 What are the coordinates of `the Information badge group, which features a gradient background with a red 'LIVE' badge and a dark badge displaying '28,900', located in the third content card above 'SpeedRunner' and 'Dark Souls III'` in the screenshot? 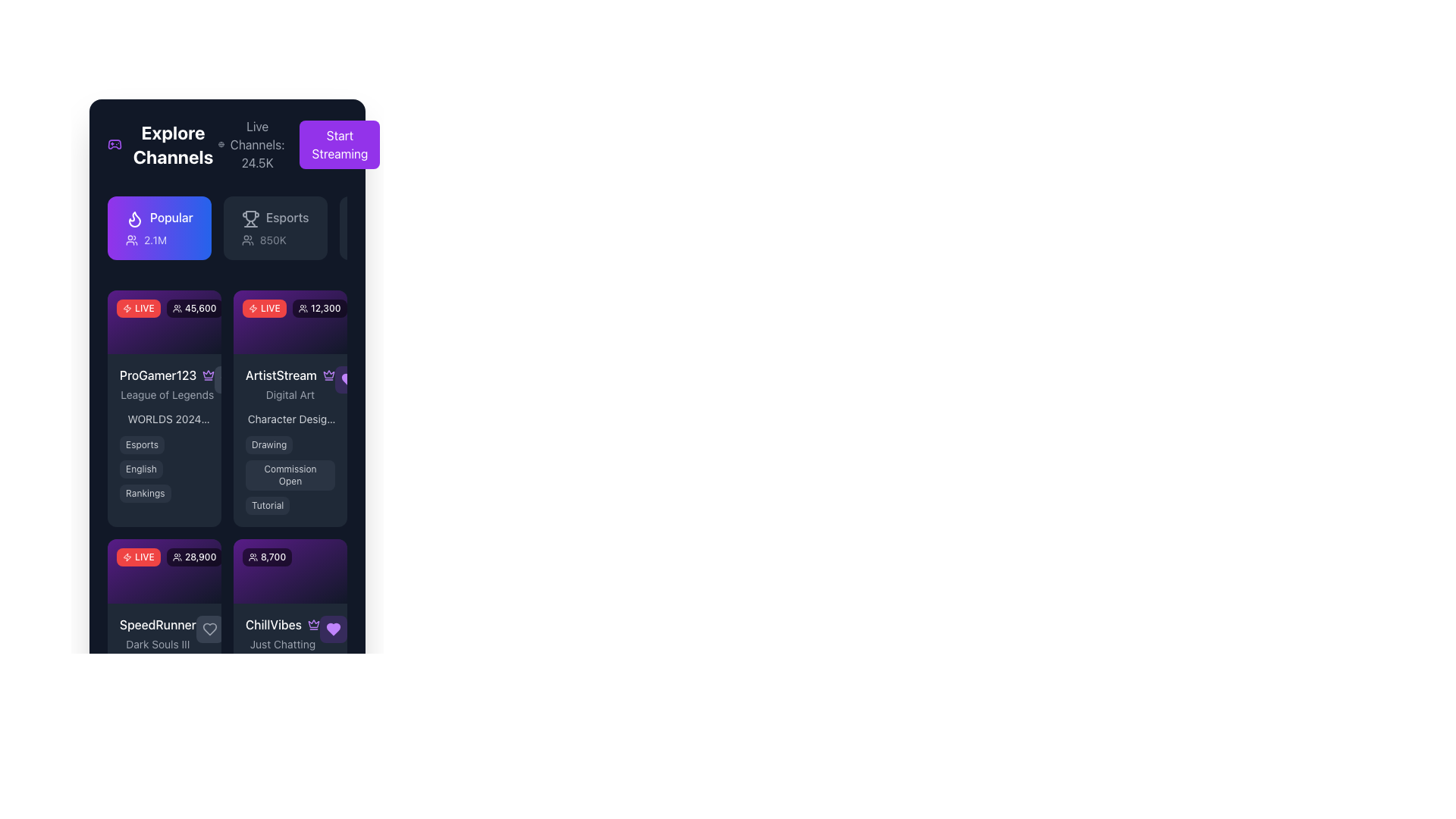 It's located at (164, 570).